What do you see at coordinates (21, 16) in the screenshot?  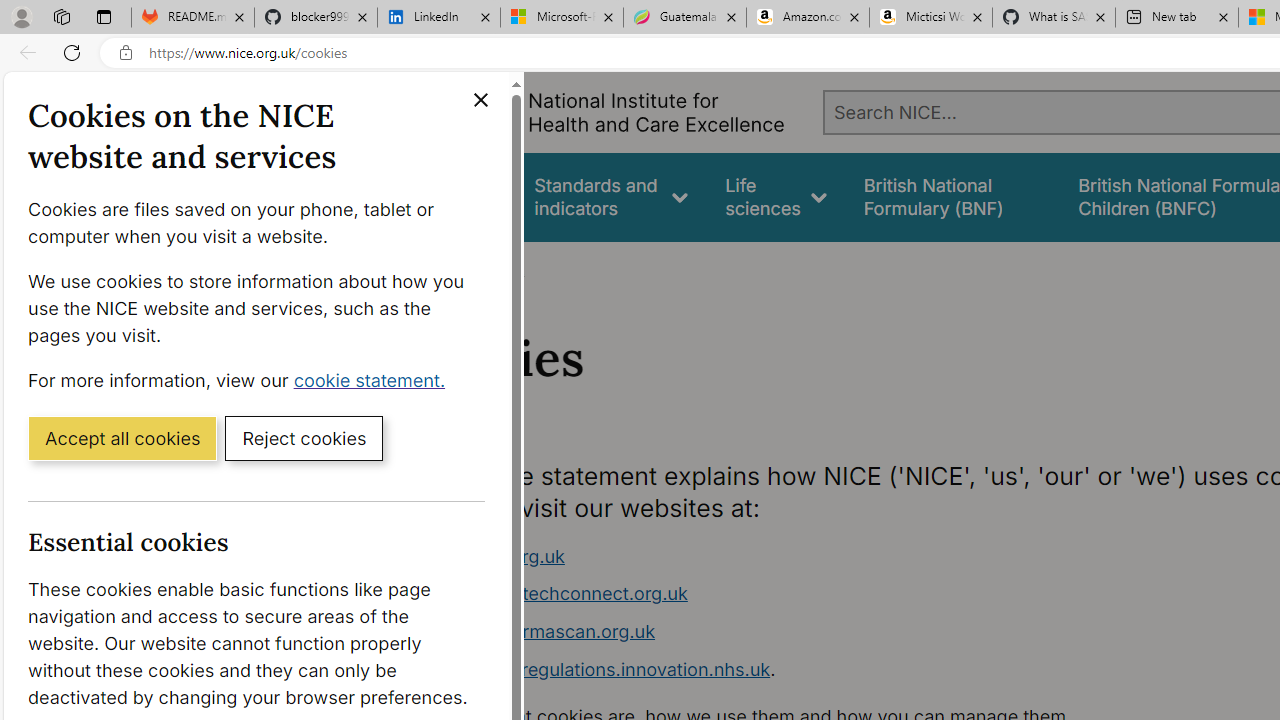 I see `'Personal Profile'` at bounding box center [21, 16].